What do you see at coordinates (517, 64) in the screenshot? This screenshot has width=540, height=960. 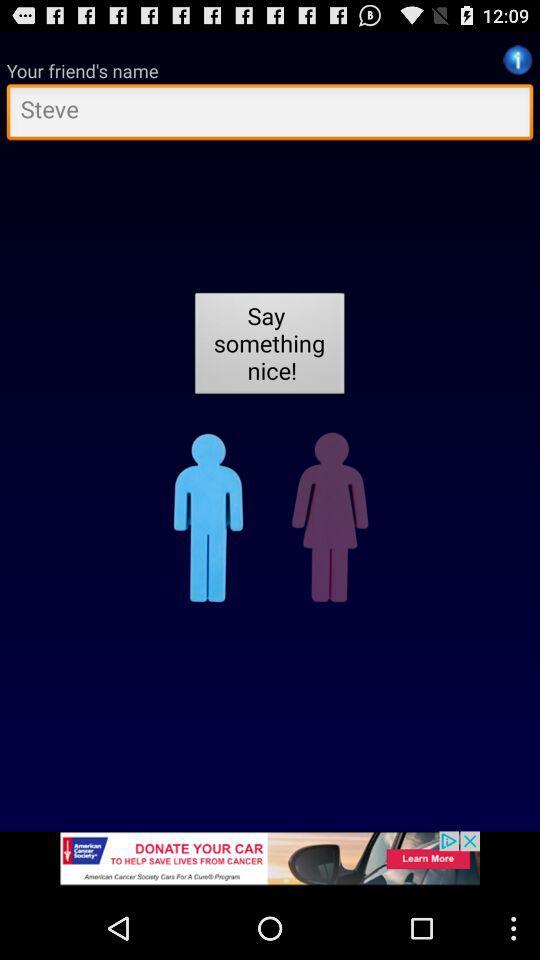 I see `the info icon` at bounding box center [517, 64].